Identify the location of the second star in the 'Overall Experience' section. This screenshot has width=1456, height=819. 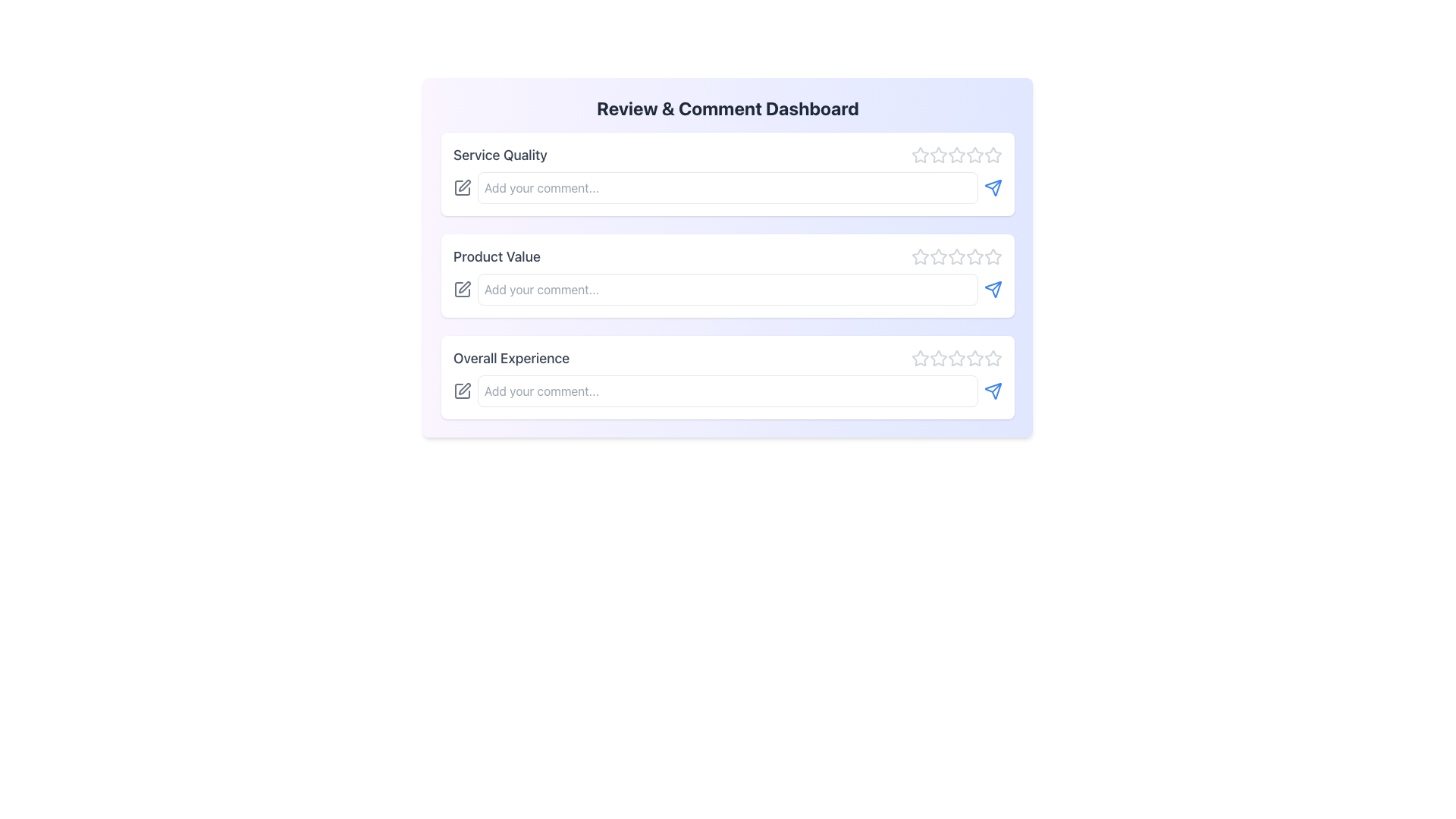
(937, 357).